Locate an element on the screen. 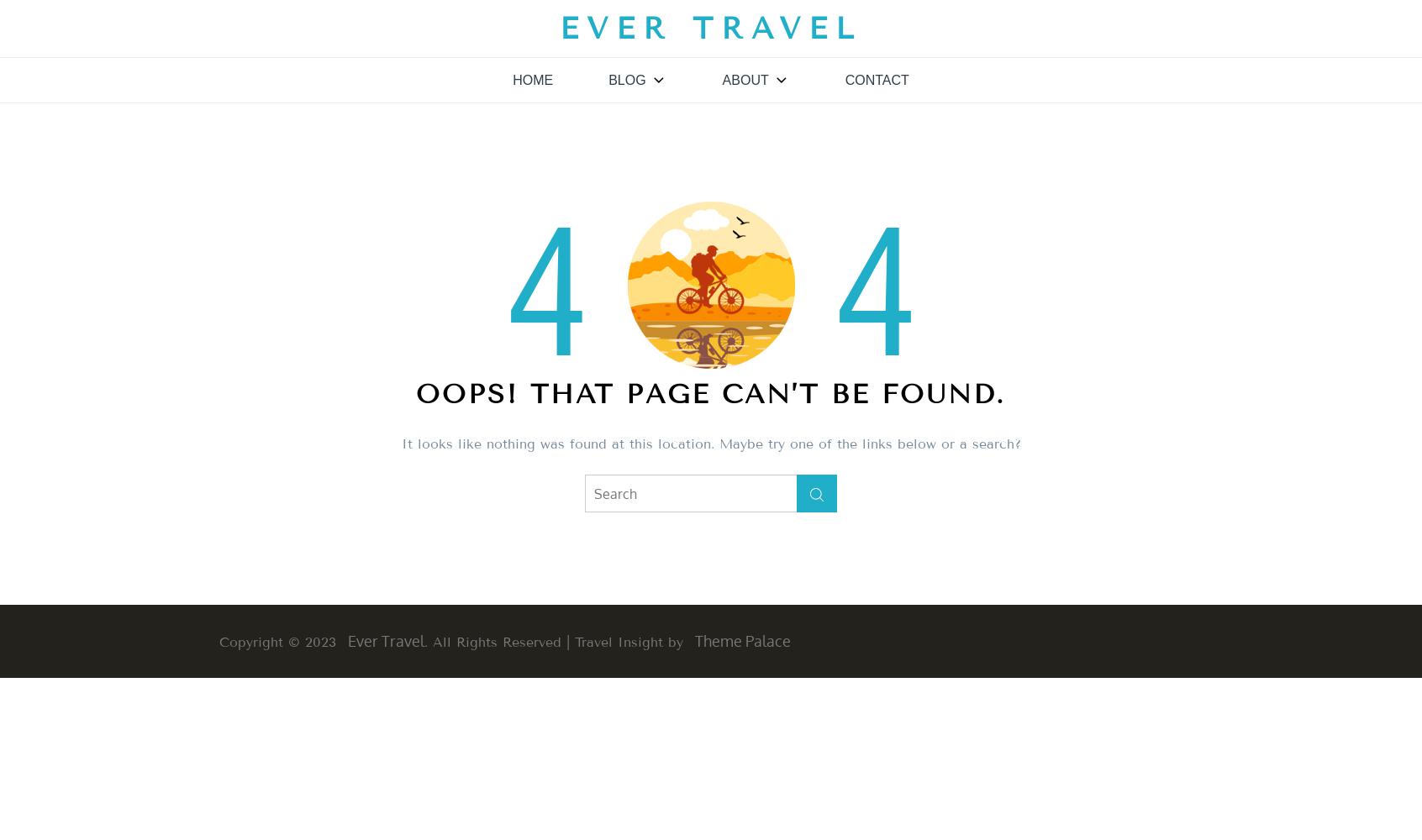 Image resolution: width=1422 pixels, height=840 pixels. 'Contact' is located at coordinates (844, 79).